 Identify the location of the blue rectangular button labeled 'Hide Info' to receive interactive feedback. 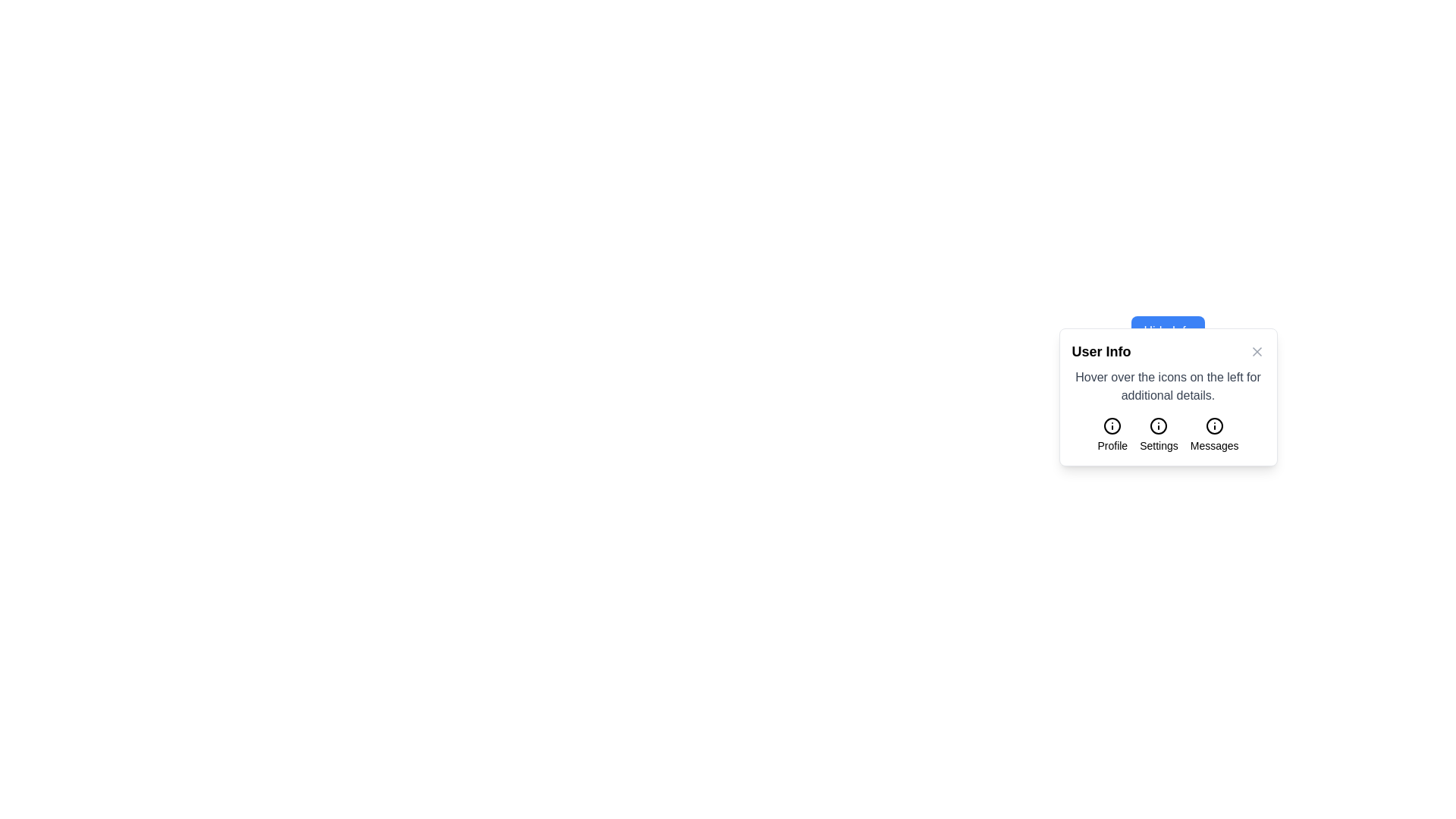
(1167, 330).